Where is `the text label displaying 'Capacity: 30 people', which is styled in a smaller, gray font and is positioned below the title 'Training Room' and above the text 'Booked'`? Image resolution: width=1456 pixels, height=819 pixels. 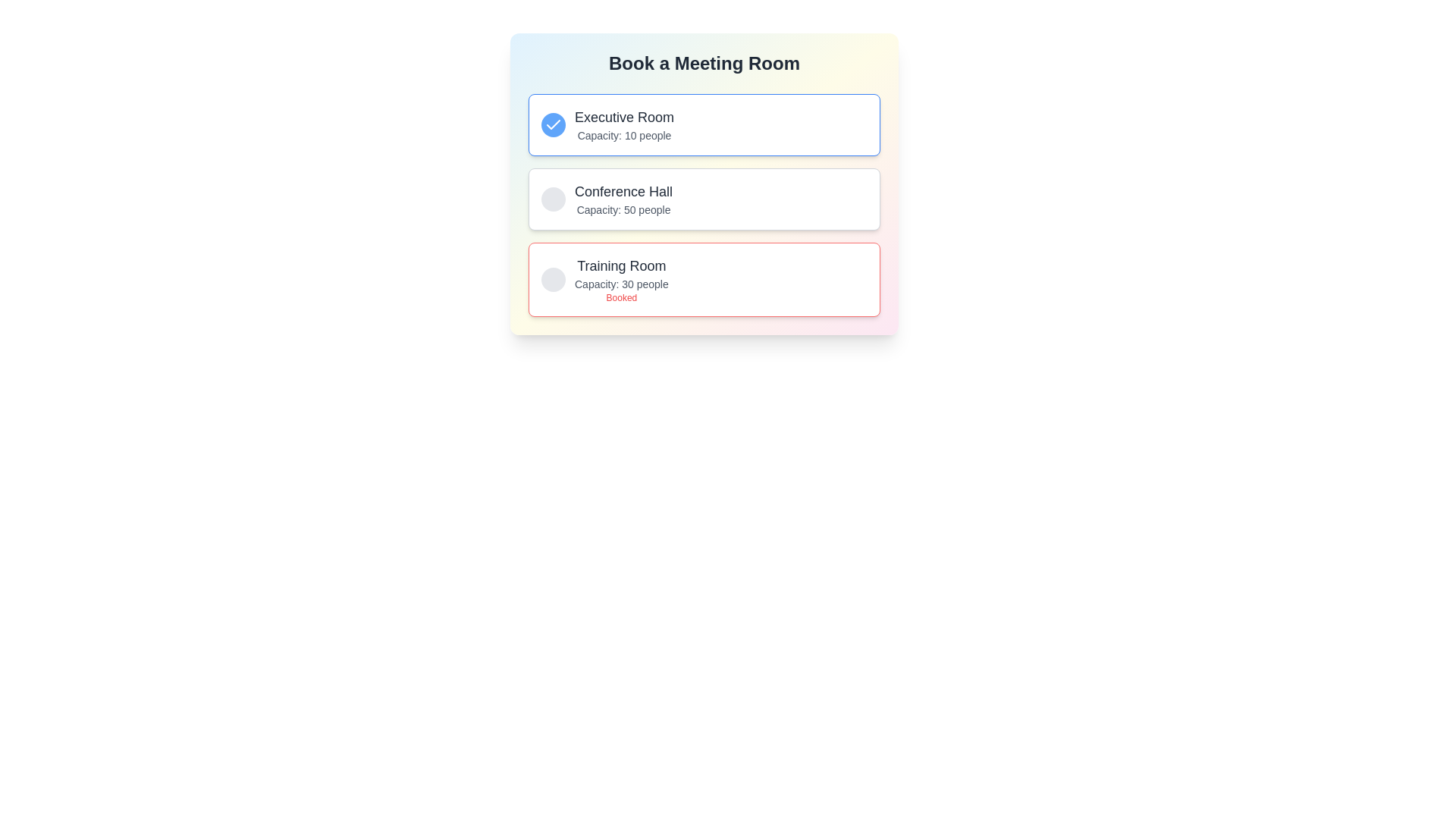 the text label displaying 'Capacity: 30 people', which is styled in a smaller, gray font and is positioned below the title 'Training Room' and above the text 'Booked' is located at coordinates (621, 284).